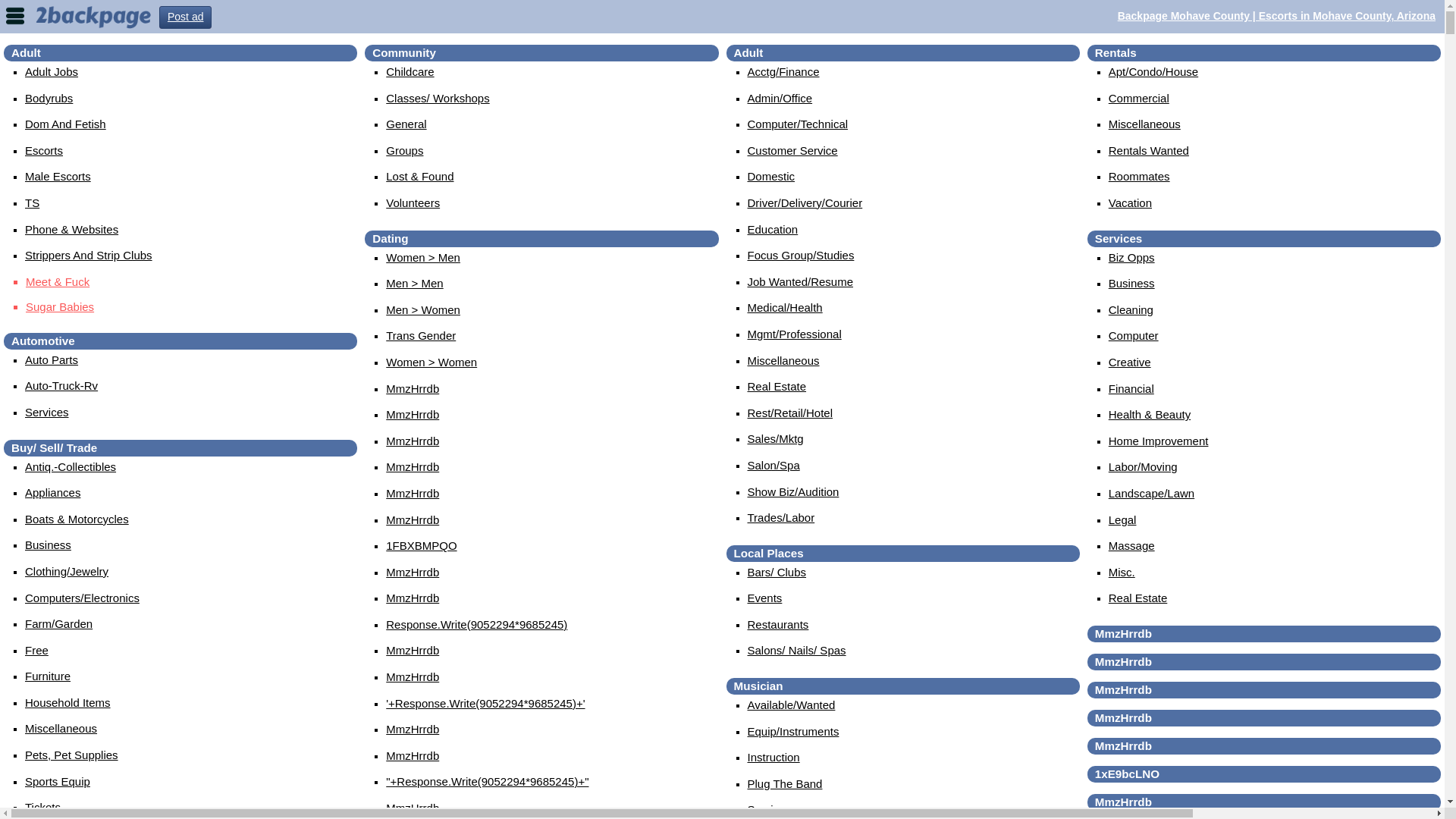 The image size is (1456, 819). Describe the element at coordinates (800, 254) in the screenshot. I see `'Focus Group/Studies'` at that location.